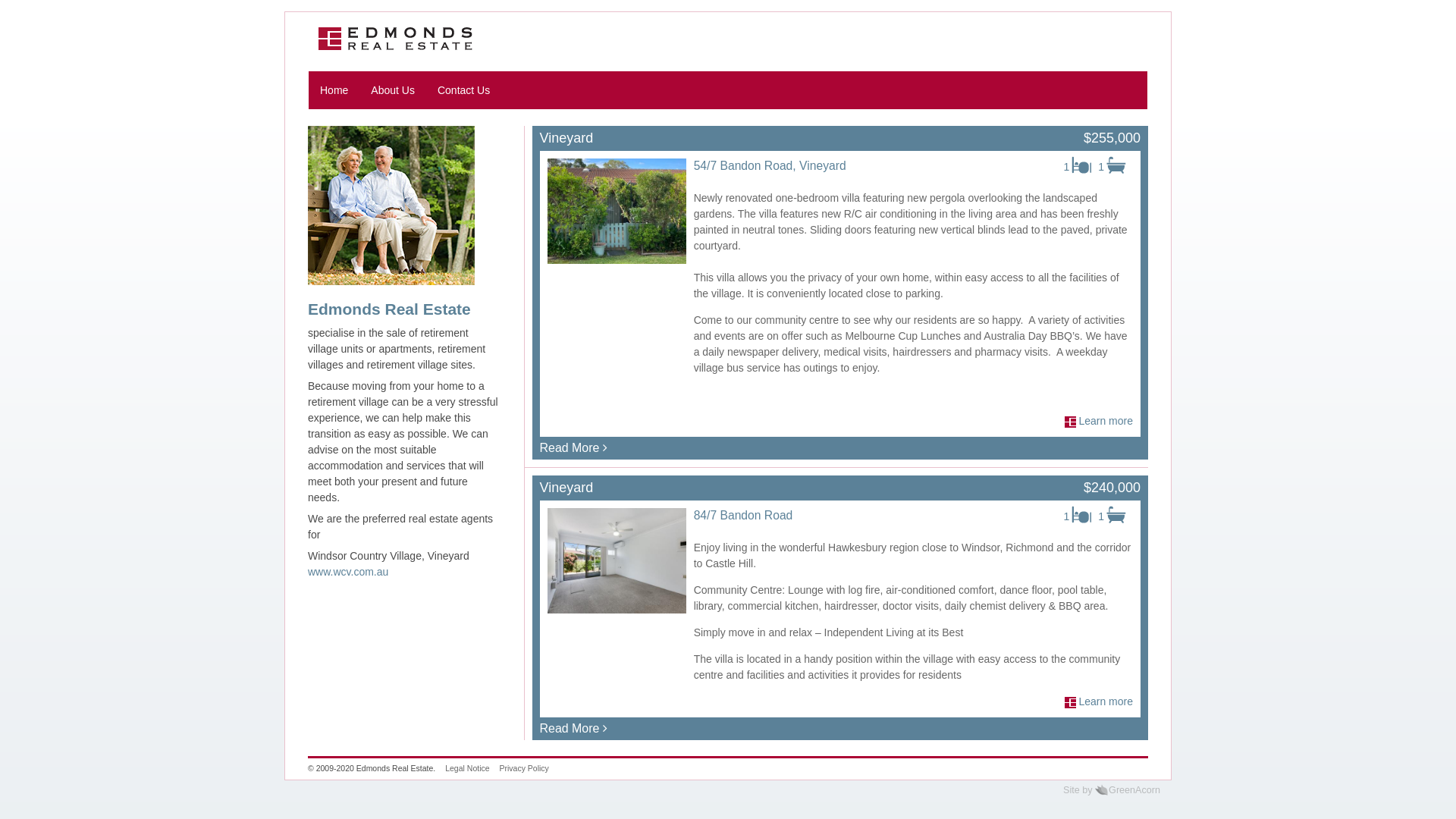 This screenshot has width=1456, height=819. Describe the element at coordinates (1111, 789) in the screenshot. I see `'Site by GreenAcorn'` at that location.